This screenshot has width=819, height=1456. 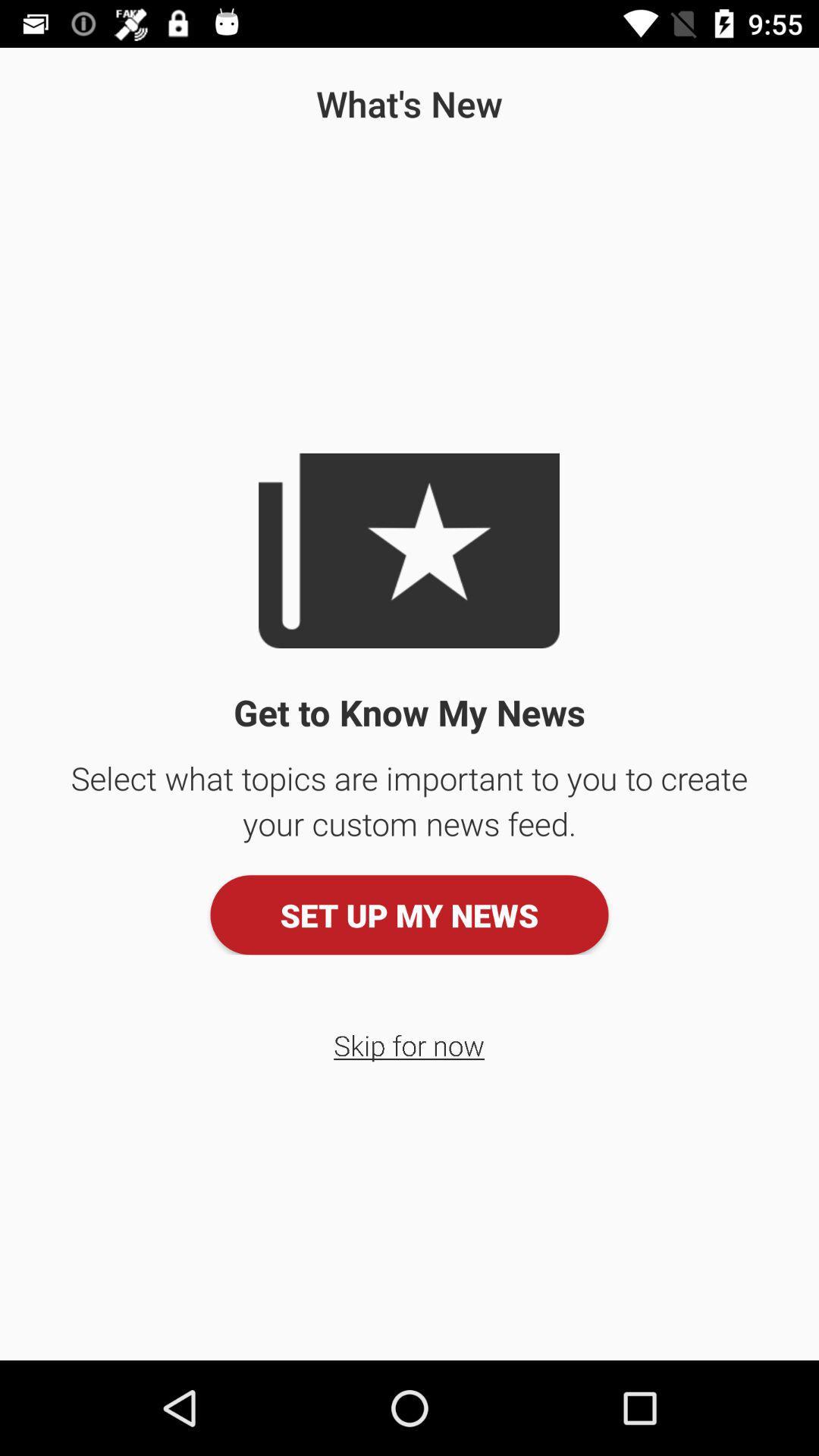 What do you see at coordinates (409, 914) in the screenshot?
I see `app below select what topics item` at bounding box center [409, 914].